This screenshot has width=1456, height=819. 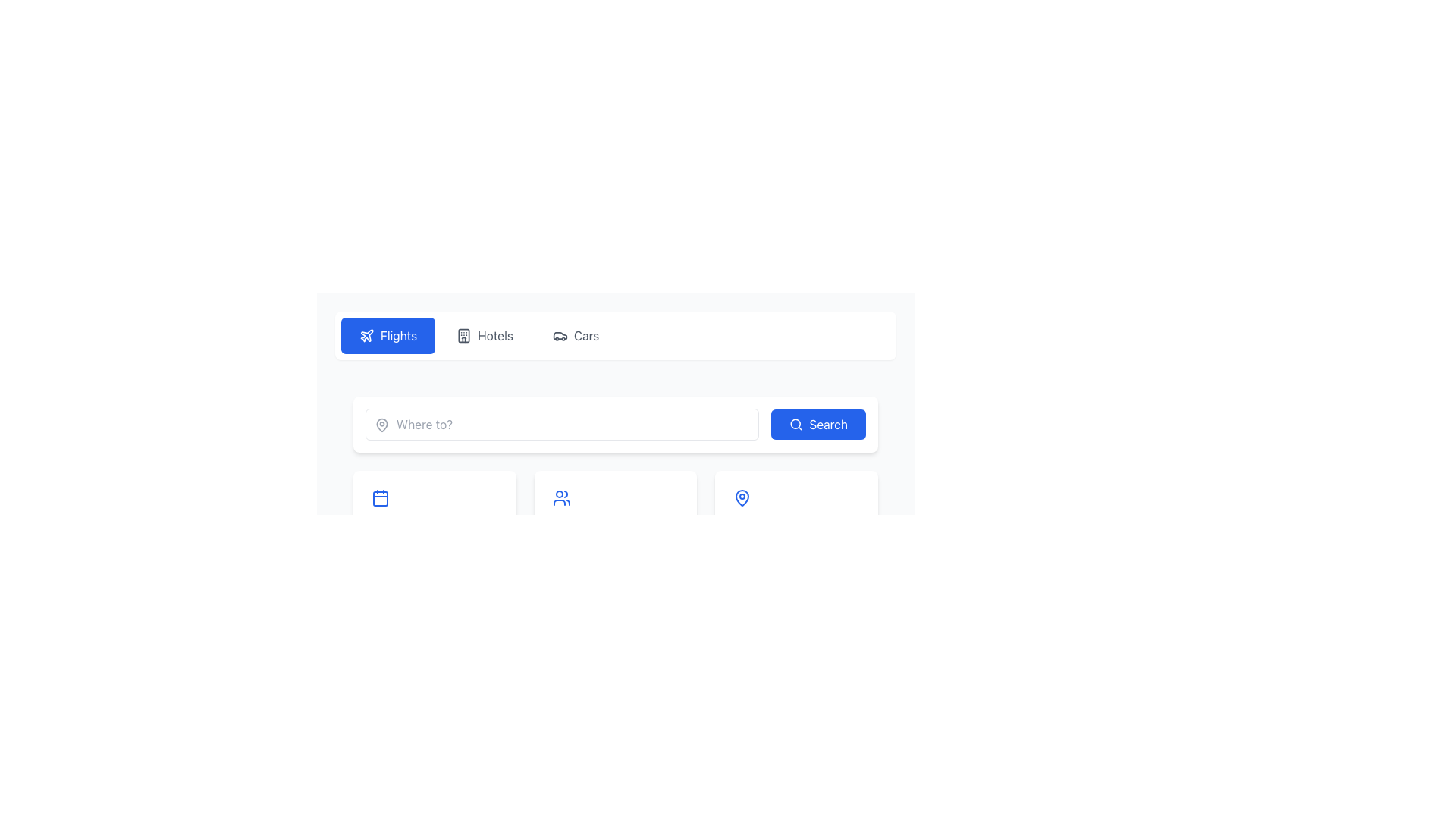 I want to click on the search button containing the magnifying glass icon, so click(x=795, y=424).